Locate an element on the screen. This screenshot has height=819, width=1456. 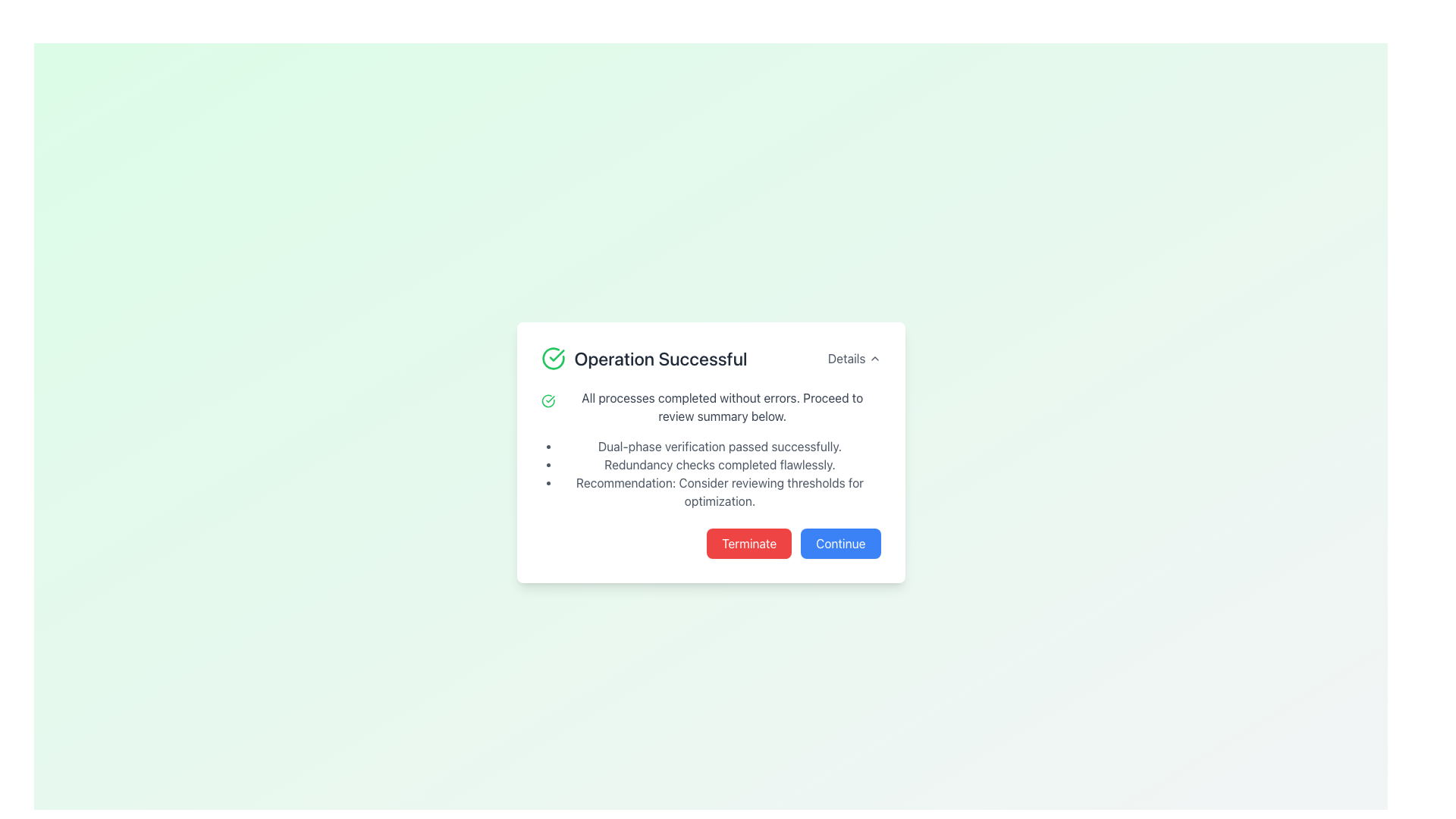
status update text positioned as the second list item in a bullet-point list within the dialog box, located between 'Dual-phase verification passed successfully.' and 'Recommendation: Consider reviewing thresholds for optimization.' is located at coordinates (719, 464).